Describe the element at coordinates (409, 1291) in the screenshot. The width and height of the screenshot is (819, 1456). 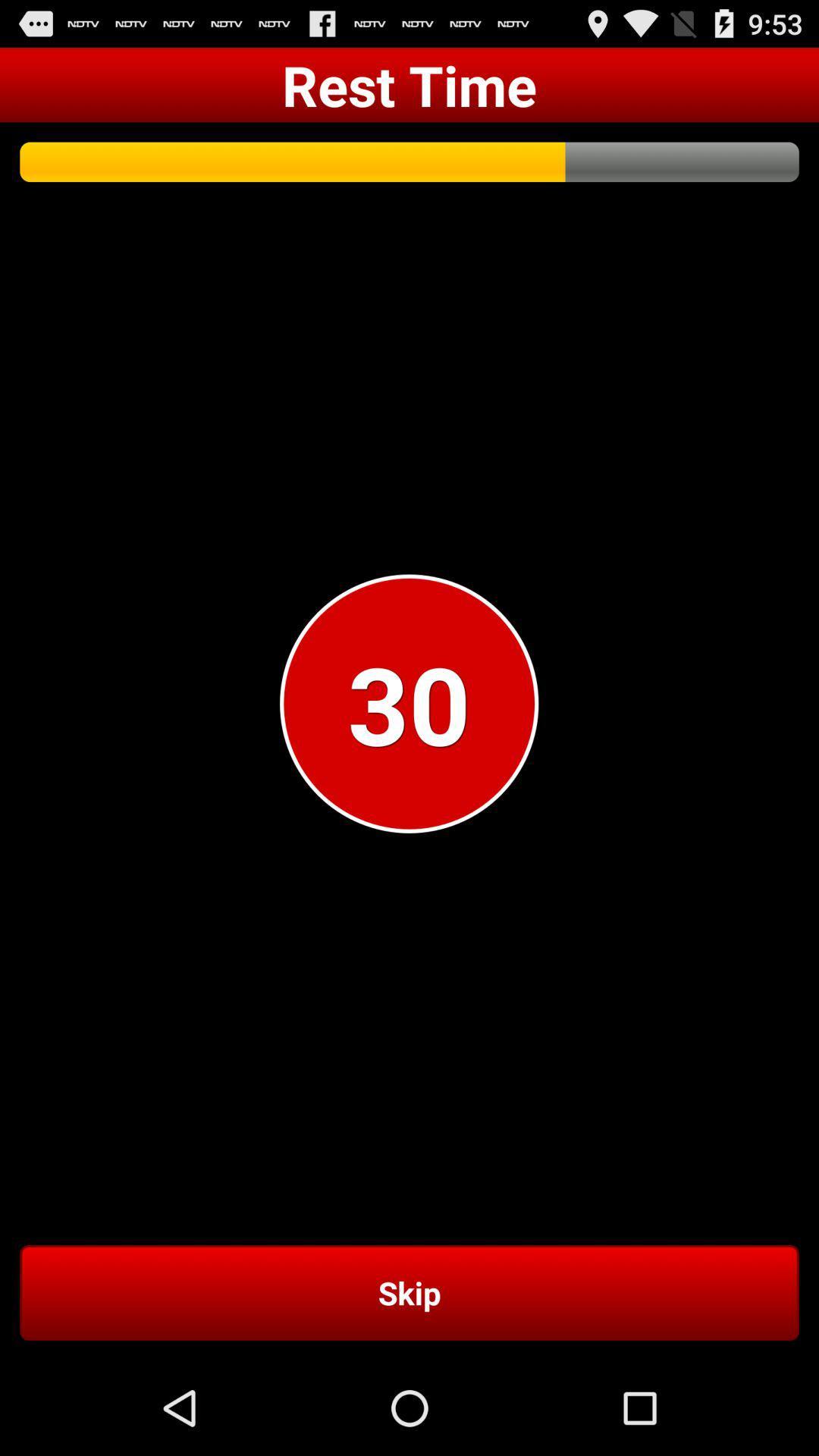
I see `skip at the bottom` at that location.